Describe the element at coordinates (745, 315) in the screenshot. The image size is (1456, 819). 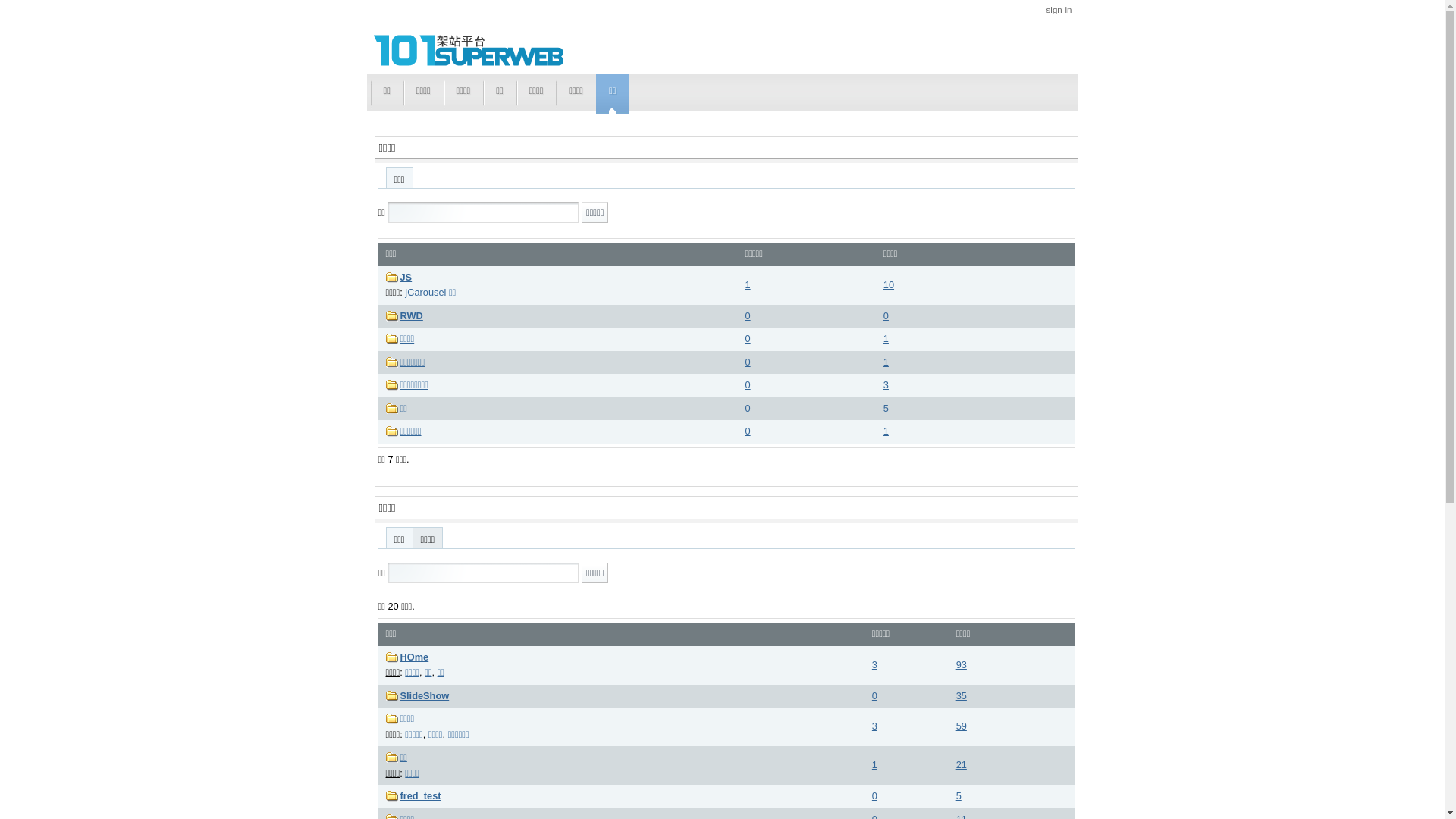
I see `'0'` at that location.